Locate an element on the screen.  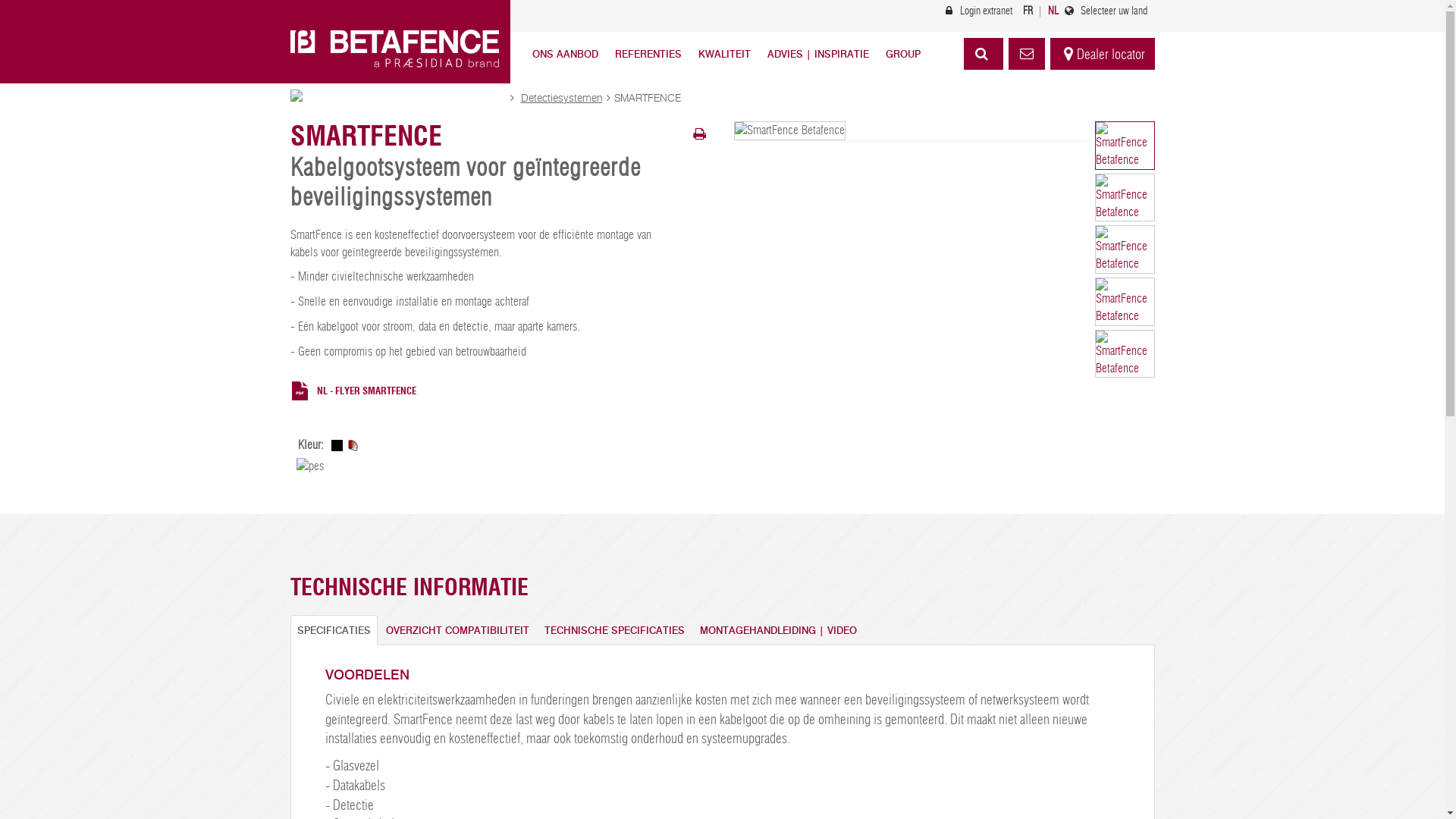
'Dealer locator' is located at coordinates (1048, 52).